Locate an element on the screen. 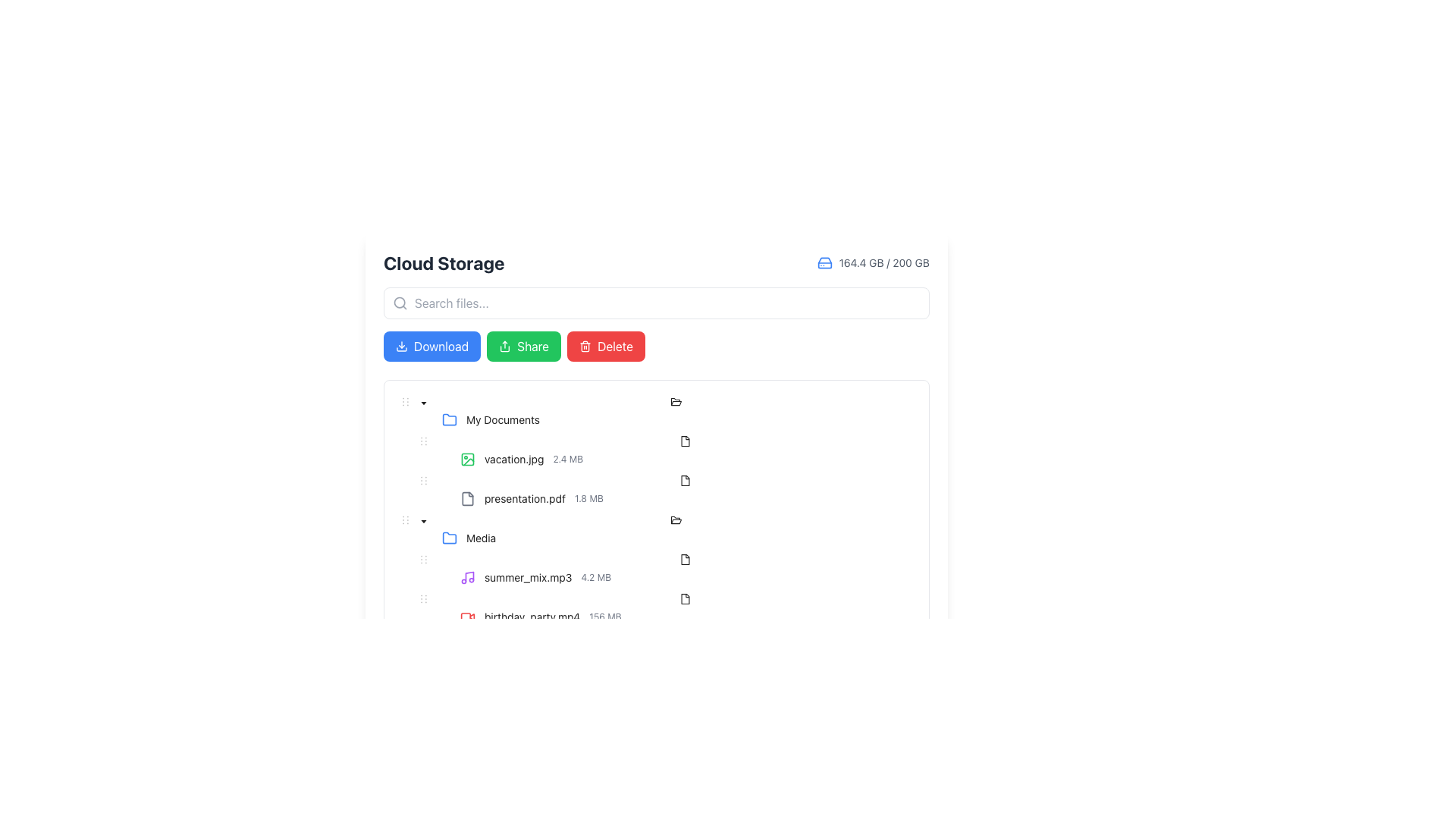 The width and height of the screenshot is (1456, 819). the indentation marker located at the left margin of the 'birthday_party.mp4' tree item, which serves as a visual indicator of its hierarchical level is located at coordinates (405, 607).